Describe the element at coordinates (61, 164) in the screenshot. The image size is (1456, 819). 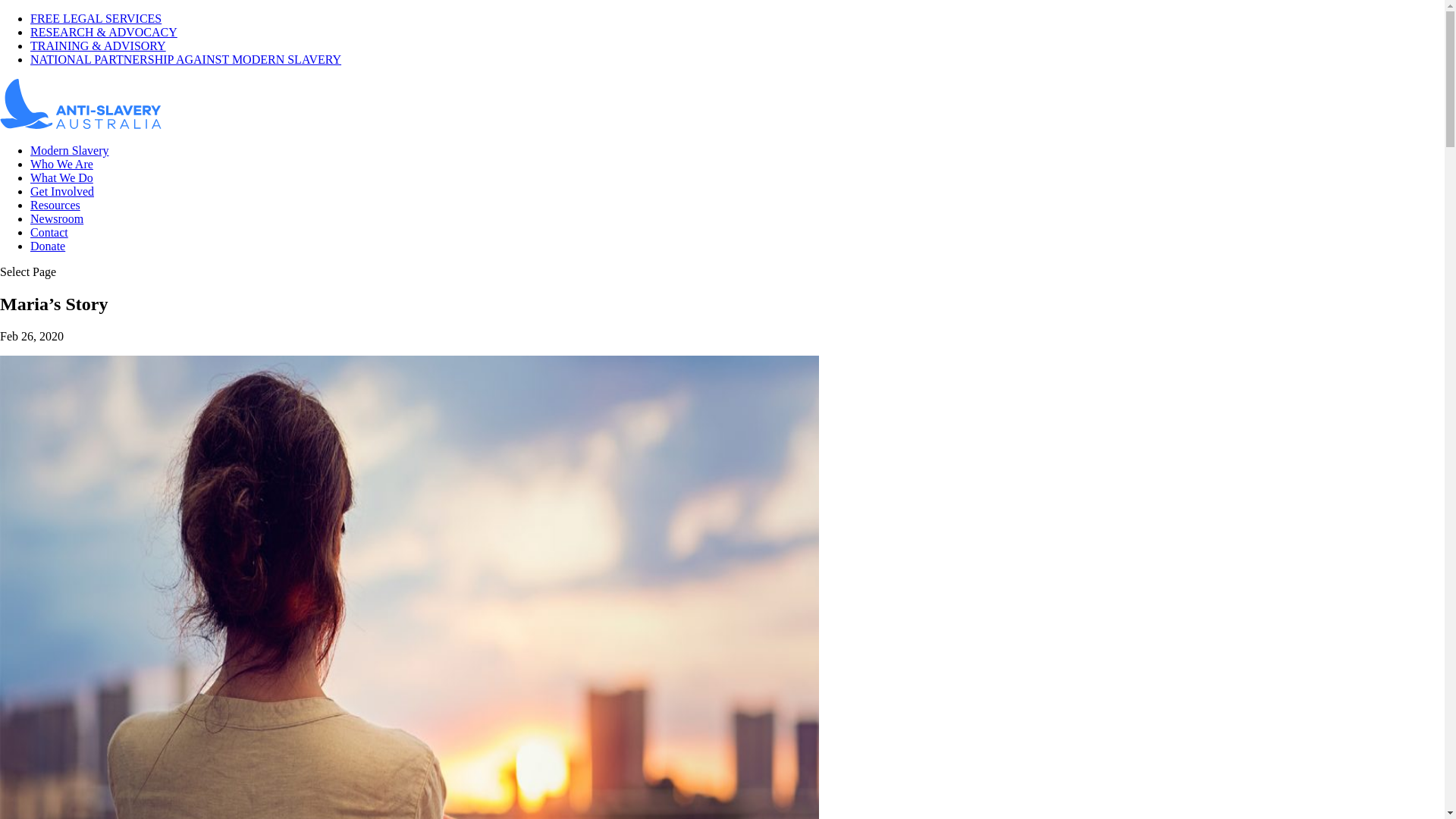
I see `'Who We Are'` at that location.